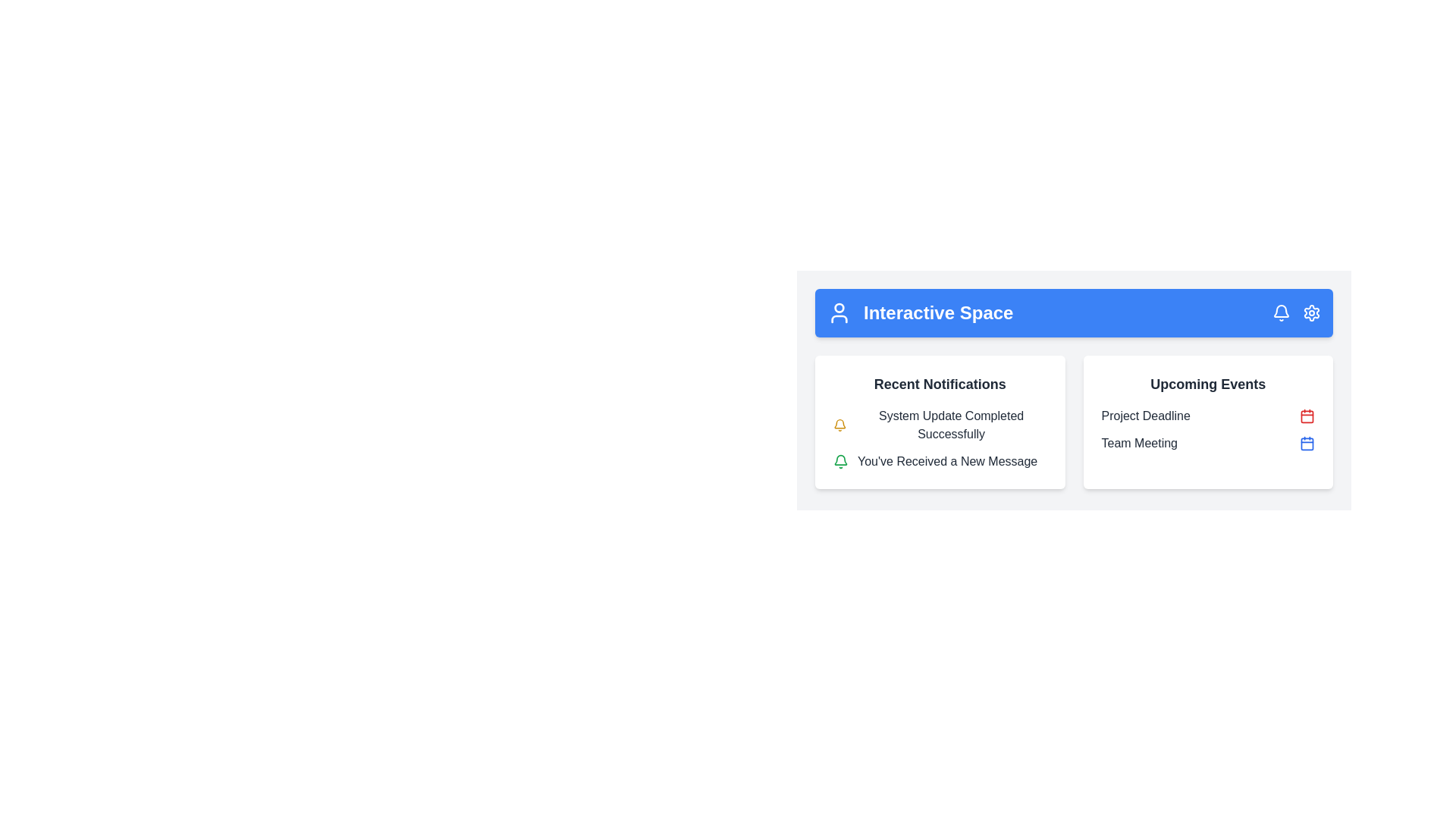  What do you see at coordinates (937, 312) in the screenshot?
I see `the static text label located at the center of the header section, which serves as a title or header for the interactive space` at bounding box center [937, 312].